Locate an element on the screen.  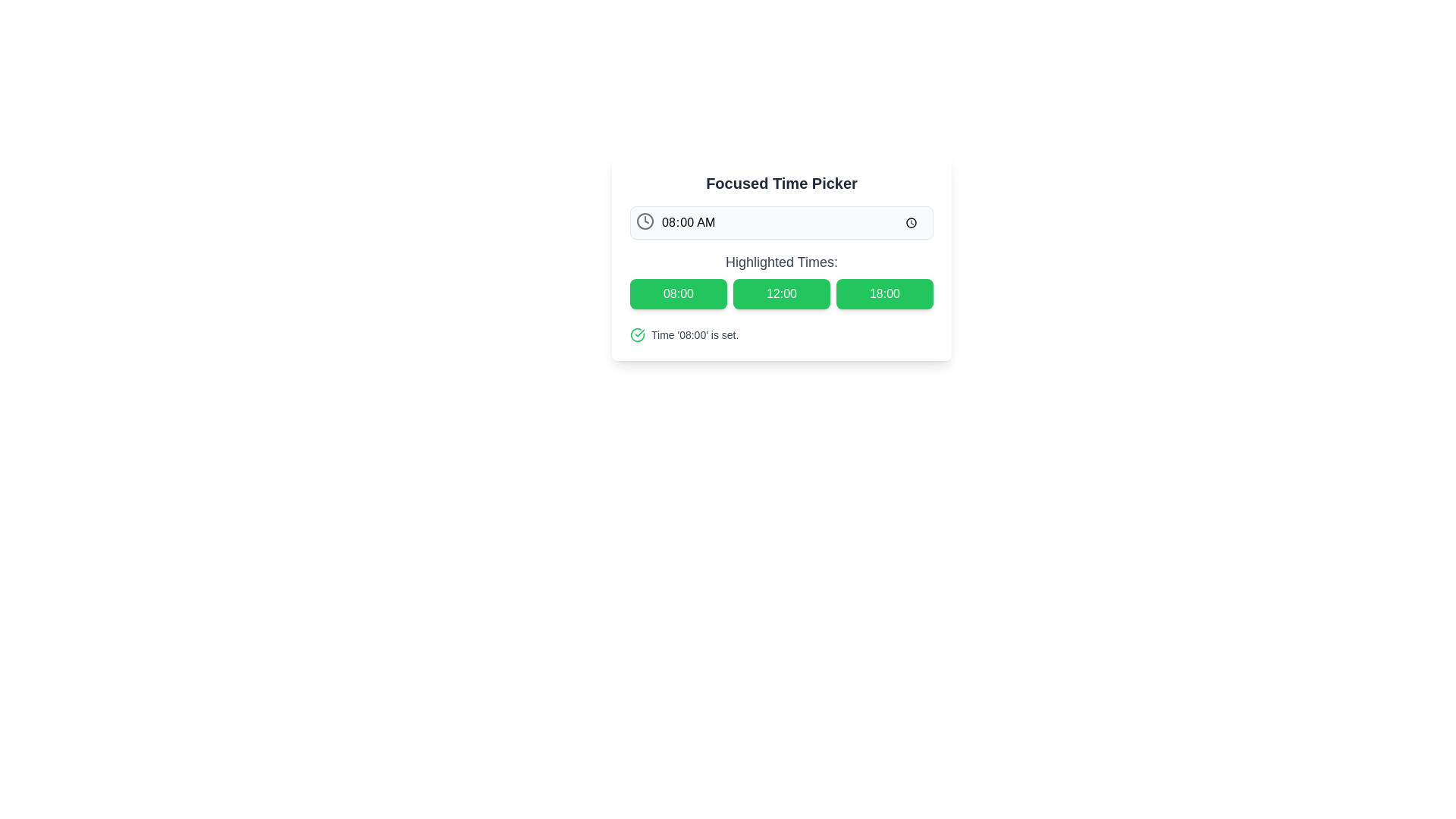
the second button in the time picker interface is located at coordinates (782, 294).